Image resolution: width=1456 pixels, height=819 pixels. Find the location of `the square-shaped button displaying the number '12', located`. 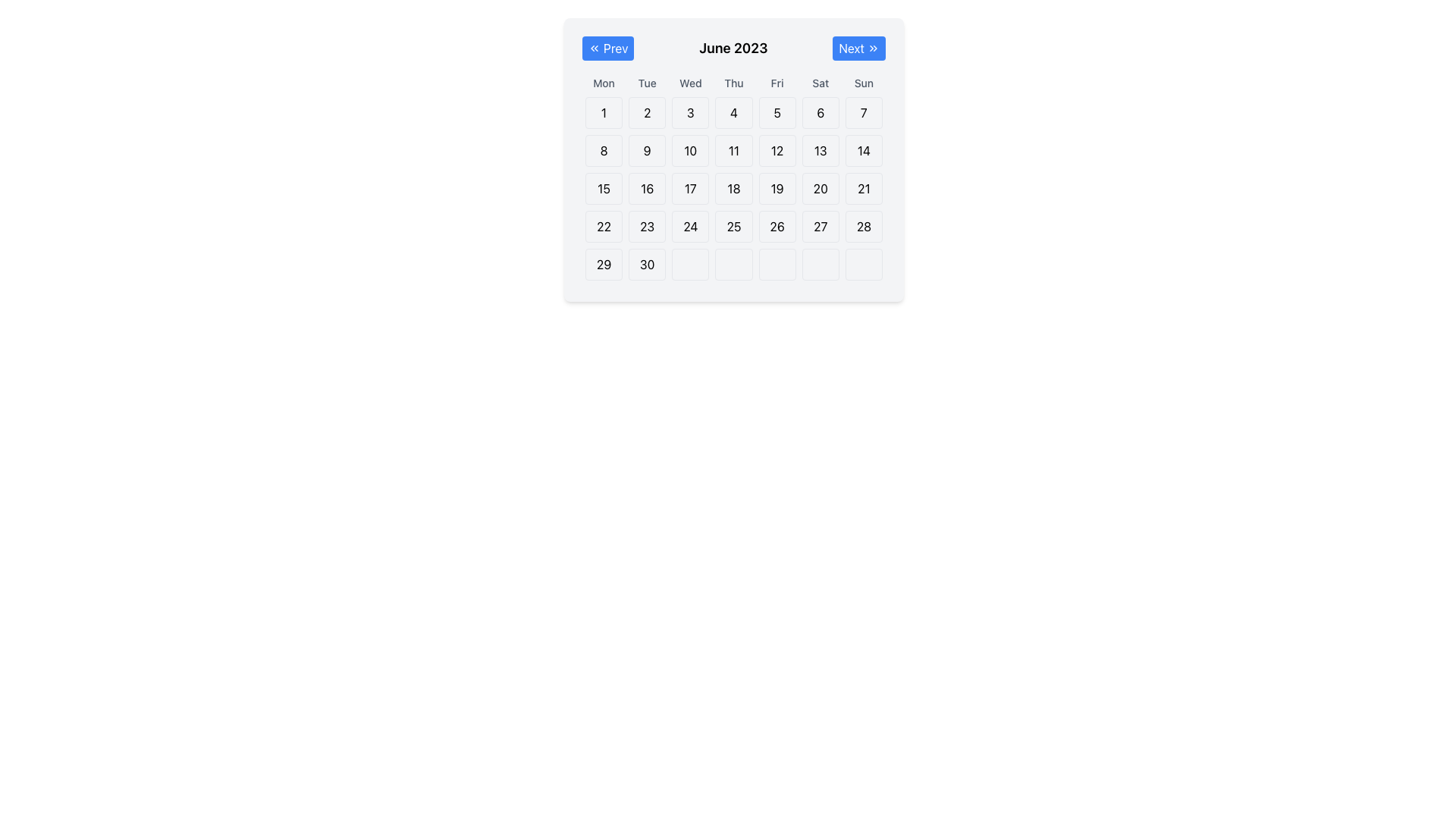

the square-shaped button displaying the number '12', located is located at coordinates (777, 151).